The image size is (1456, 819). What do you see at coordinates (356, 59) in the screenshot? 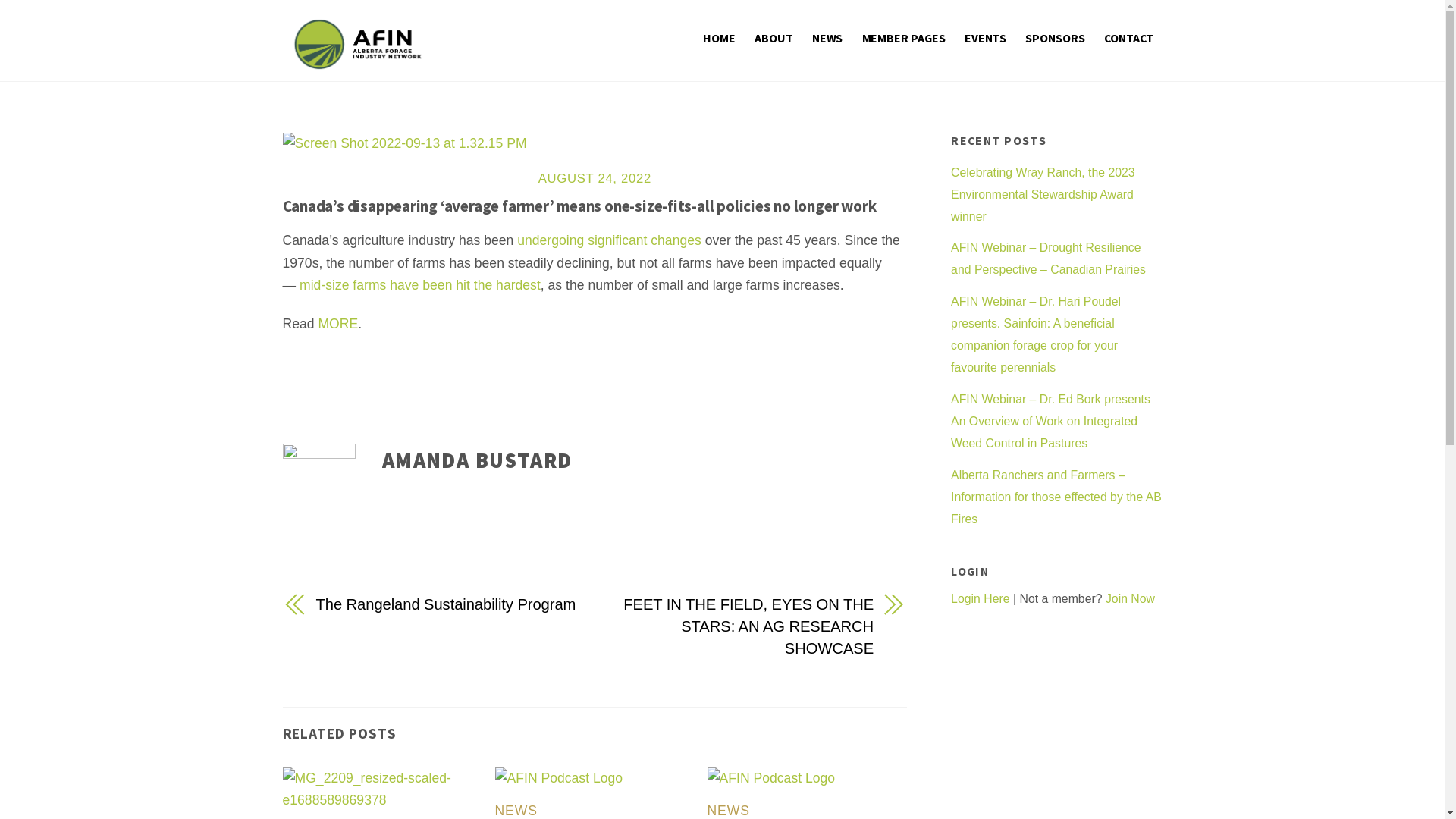
I see `'Alberta Forage Industry Network'` at bounding box center [356, 59].